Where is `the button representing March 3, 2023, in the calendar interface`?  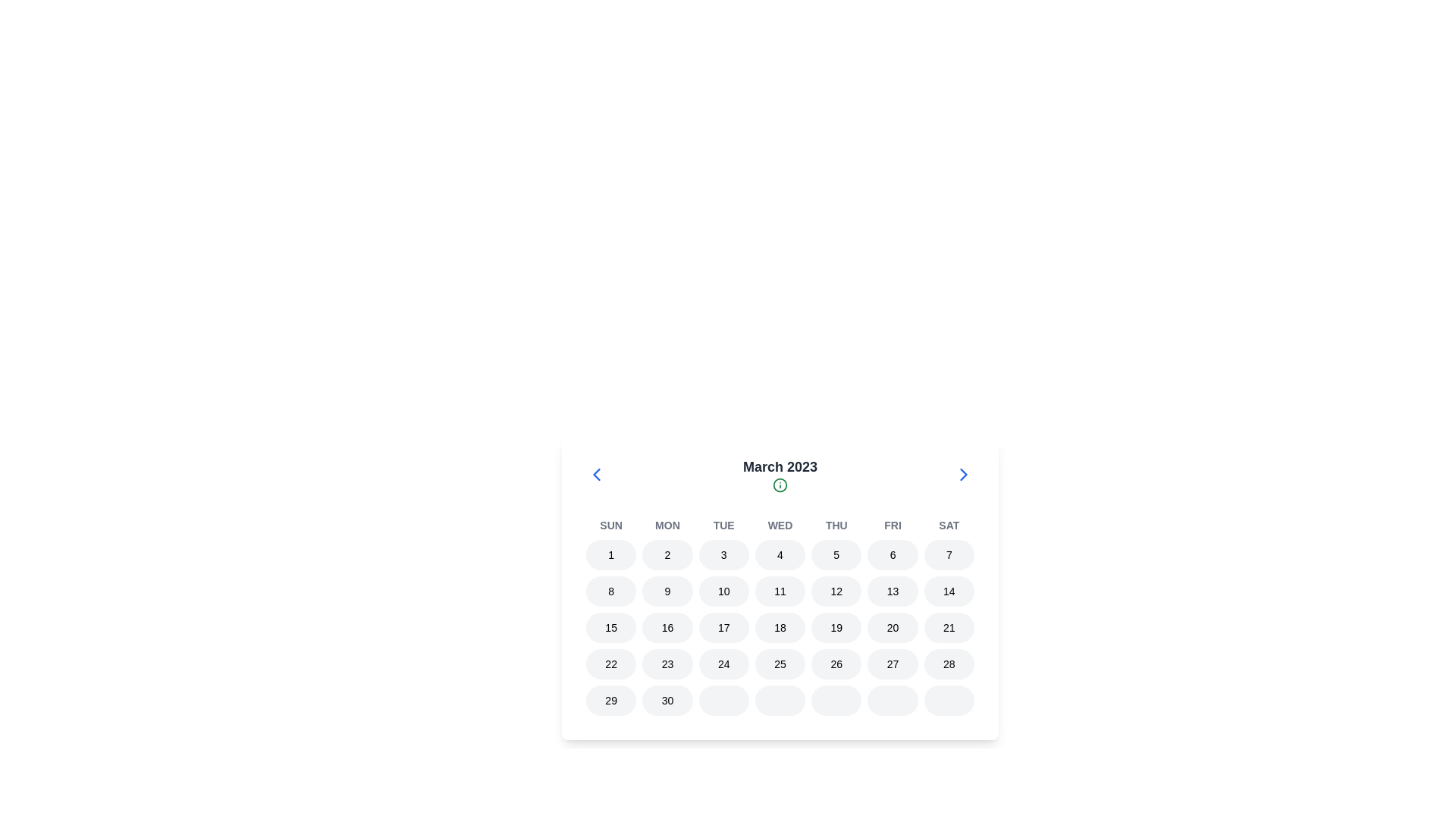 the button representing March 3, 2023, in the calendar interface is located at coordinates (723, 555).